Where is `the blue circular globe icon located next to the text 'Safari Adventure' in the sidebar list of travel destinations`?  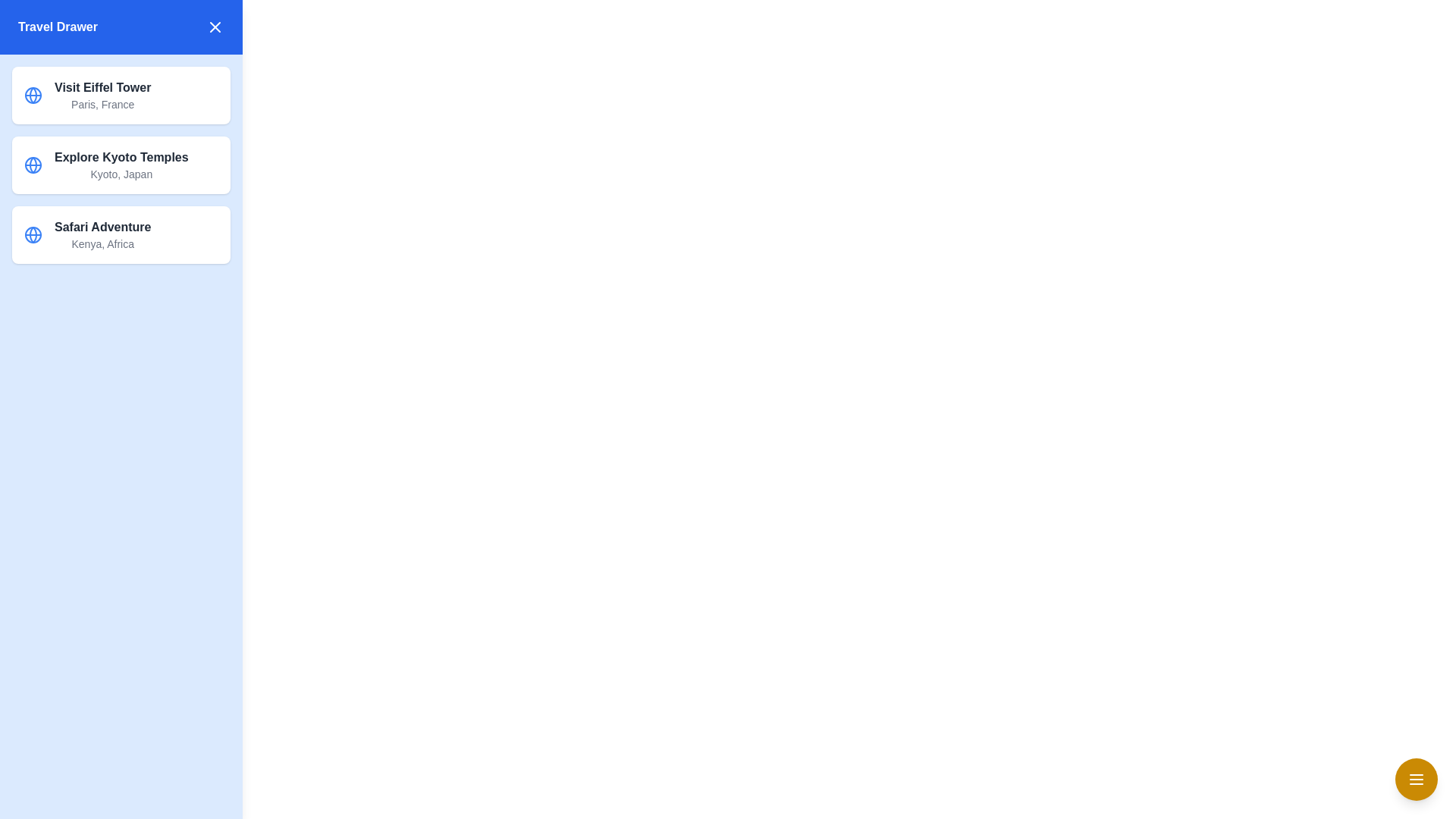
the blue circular globe icon located next to the text 'Safari Adventure' in the sidebar list of travel destinations is located at coordinates (33, 234).